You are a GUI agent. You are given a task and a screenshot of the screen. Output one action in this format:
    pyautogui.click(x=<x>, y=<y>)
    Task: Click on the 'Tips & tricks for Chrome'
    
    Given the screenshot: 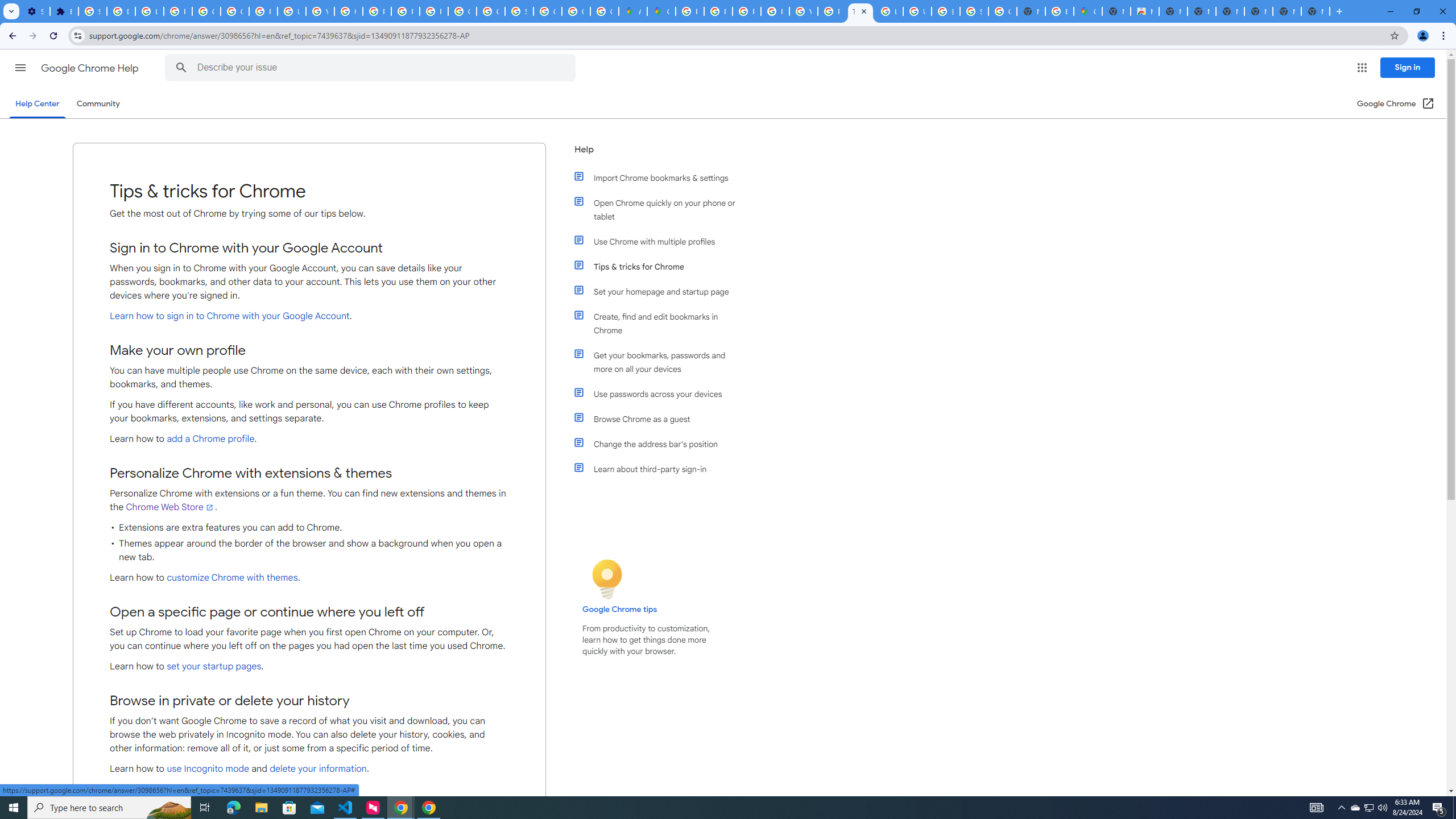 What is the action you would take?
    pyautogui.click(x=661, y=266)
    